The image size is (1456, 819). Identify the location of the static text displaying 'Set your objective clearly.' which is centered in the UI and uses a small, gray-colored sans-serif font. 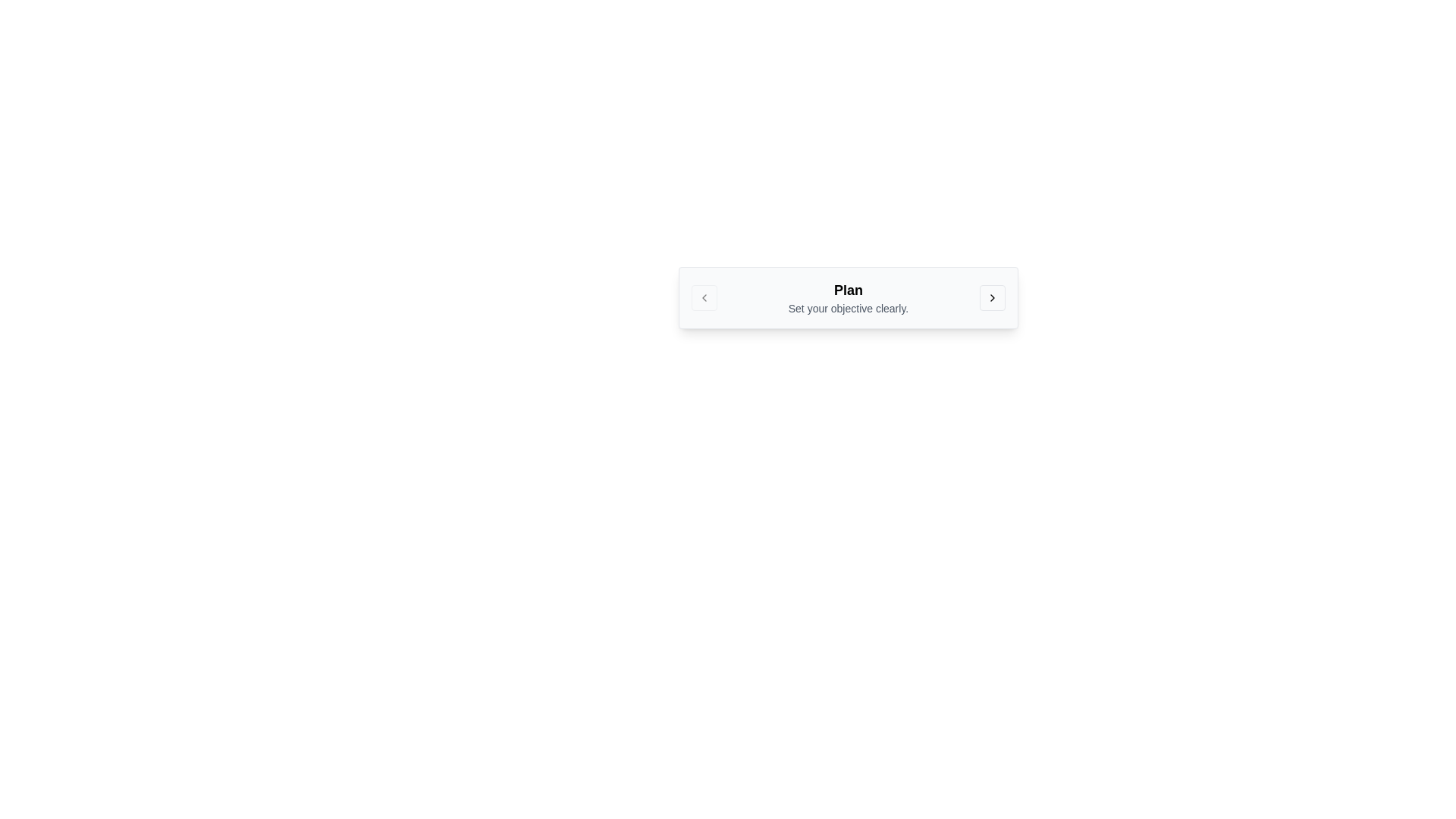
(847, 308).